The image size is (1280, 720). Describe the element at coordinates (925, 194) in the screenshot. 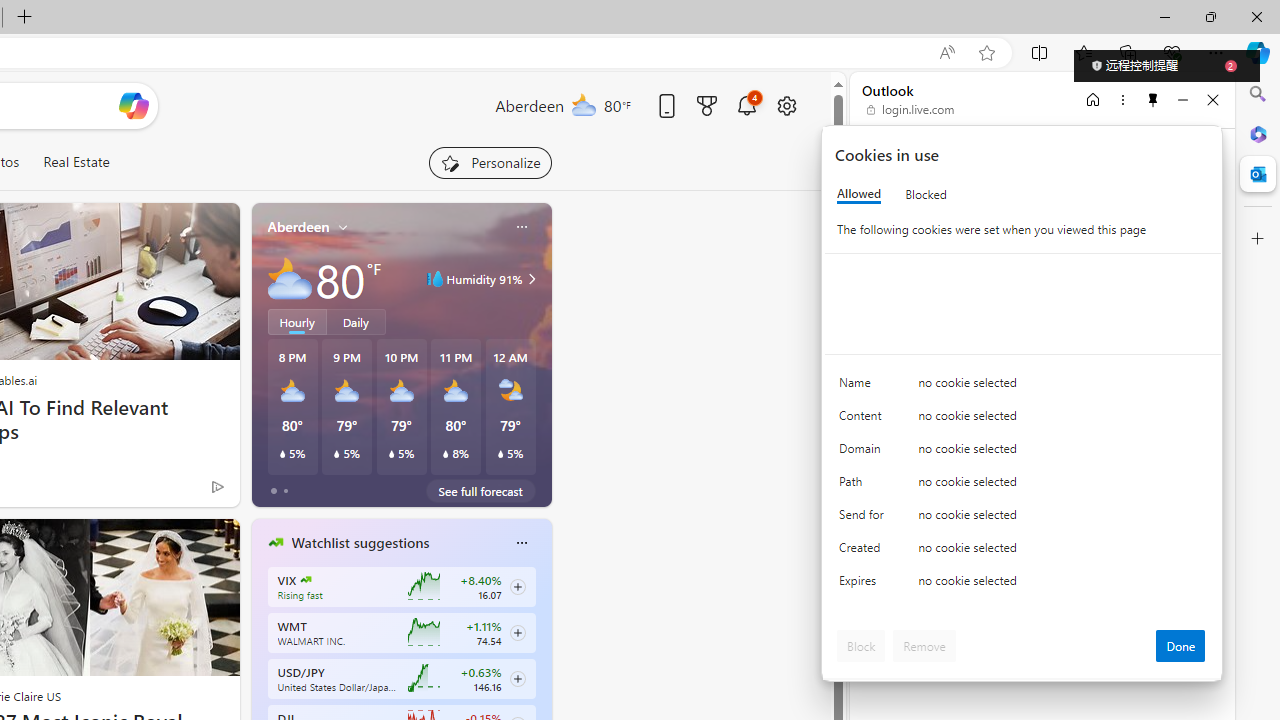

I see `'Blocked'` at that location.